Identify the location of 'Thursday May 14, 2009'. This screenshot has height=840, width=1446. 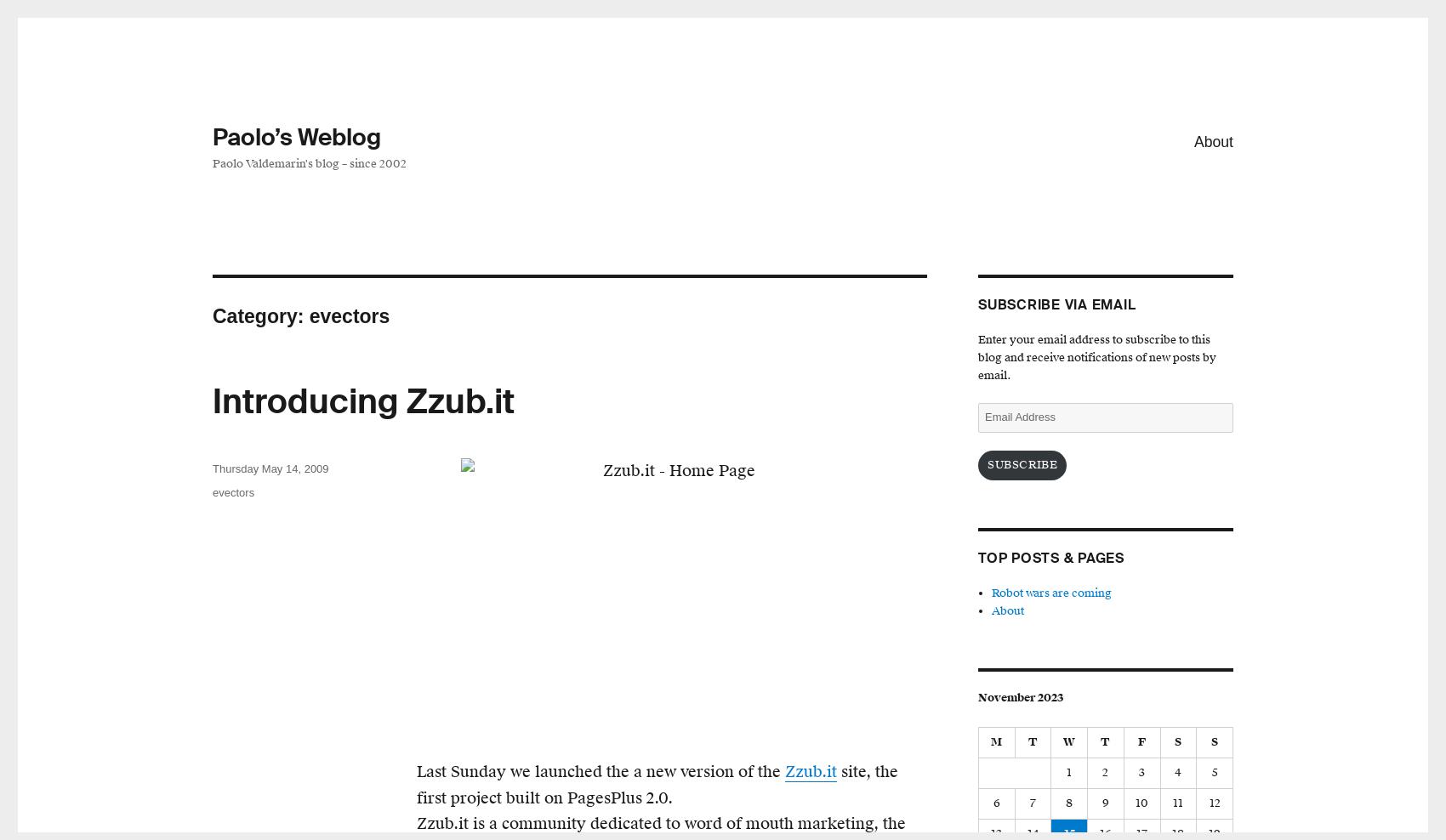
(270, 467).